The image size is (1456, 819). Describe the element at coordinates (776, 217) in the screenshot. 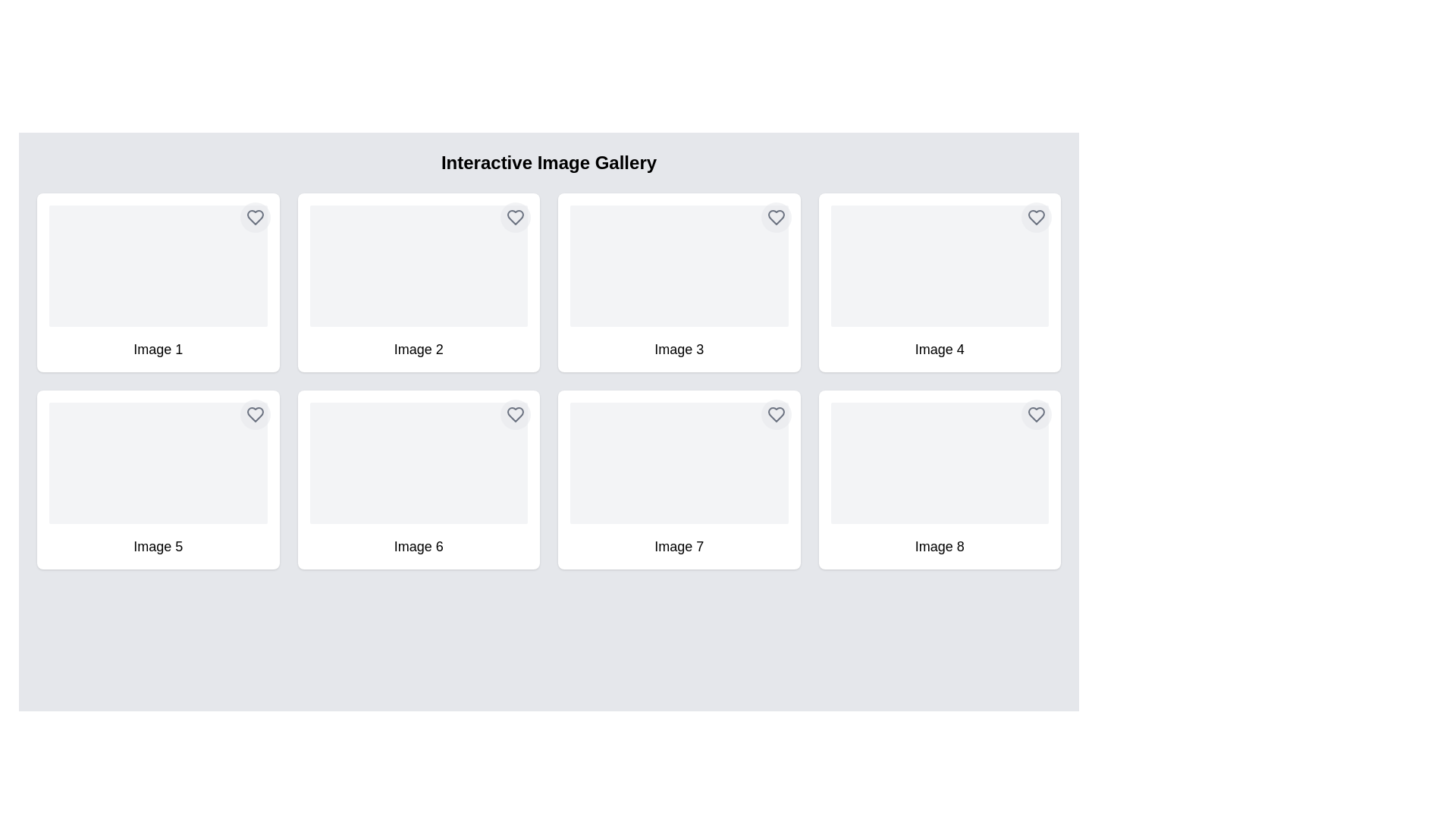

I see `the heart icon located in the top-right corner of 'Image 3' in the interactive image gallery for accessibility tools` at that location.